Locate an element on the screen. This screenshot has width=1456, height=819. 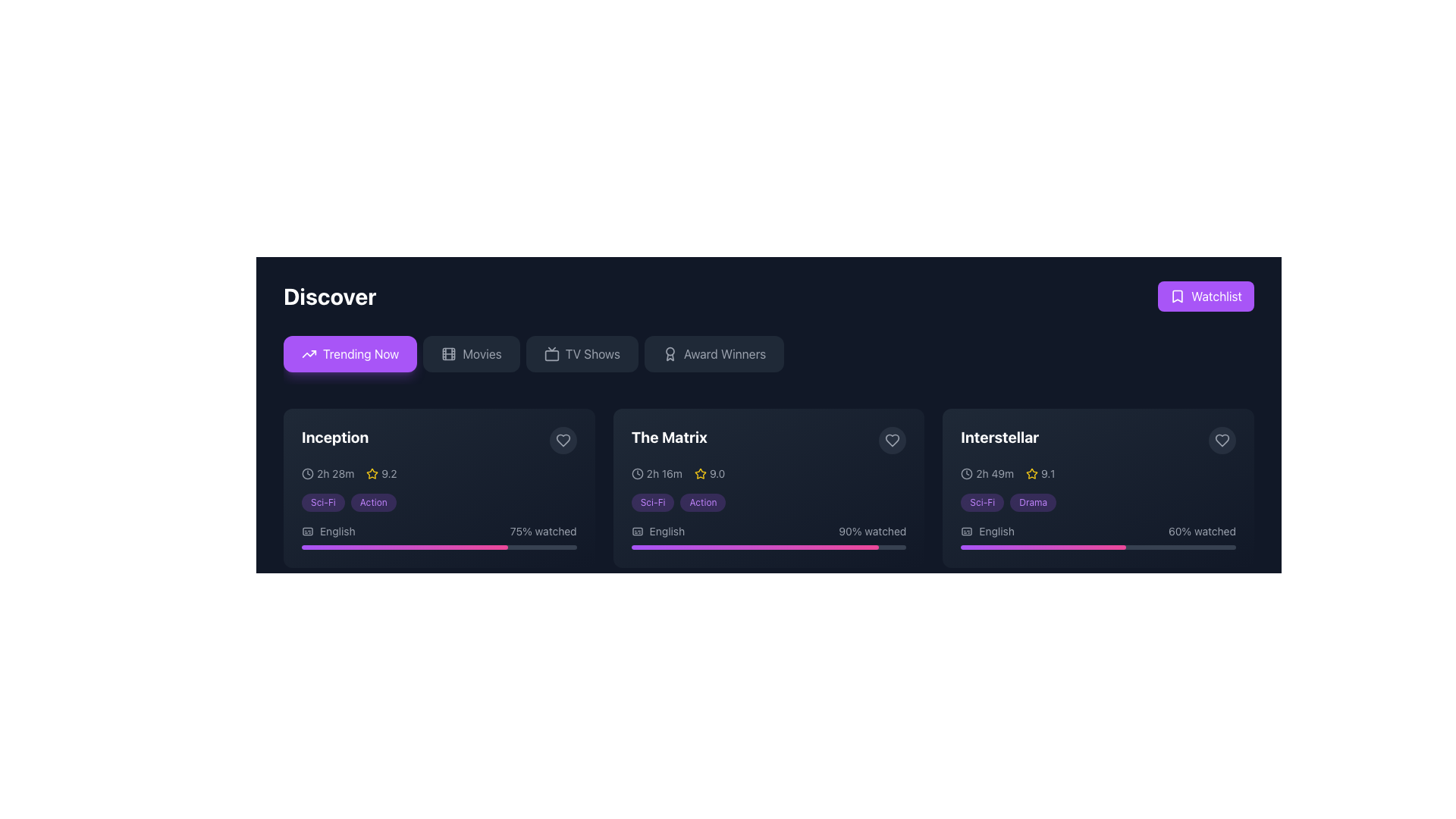
the third button in the row labeled for navigating to the TV Shows section to update the displayed content is located at coordinates (581, 353).